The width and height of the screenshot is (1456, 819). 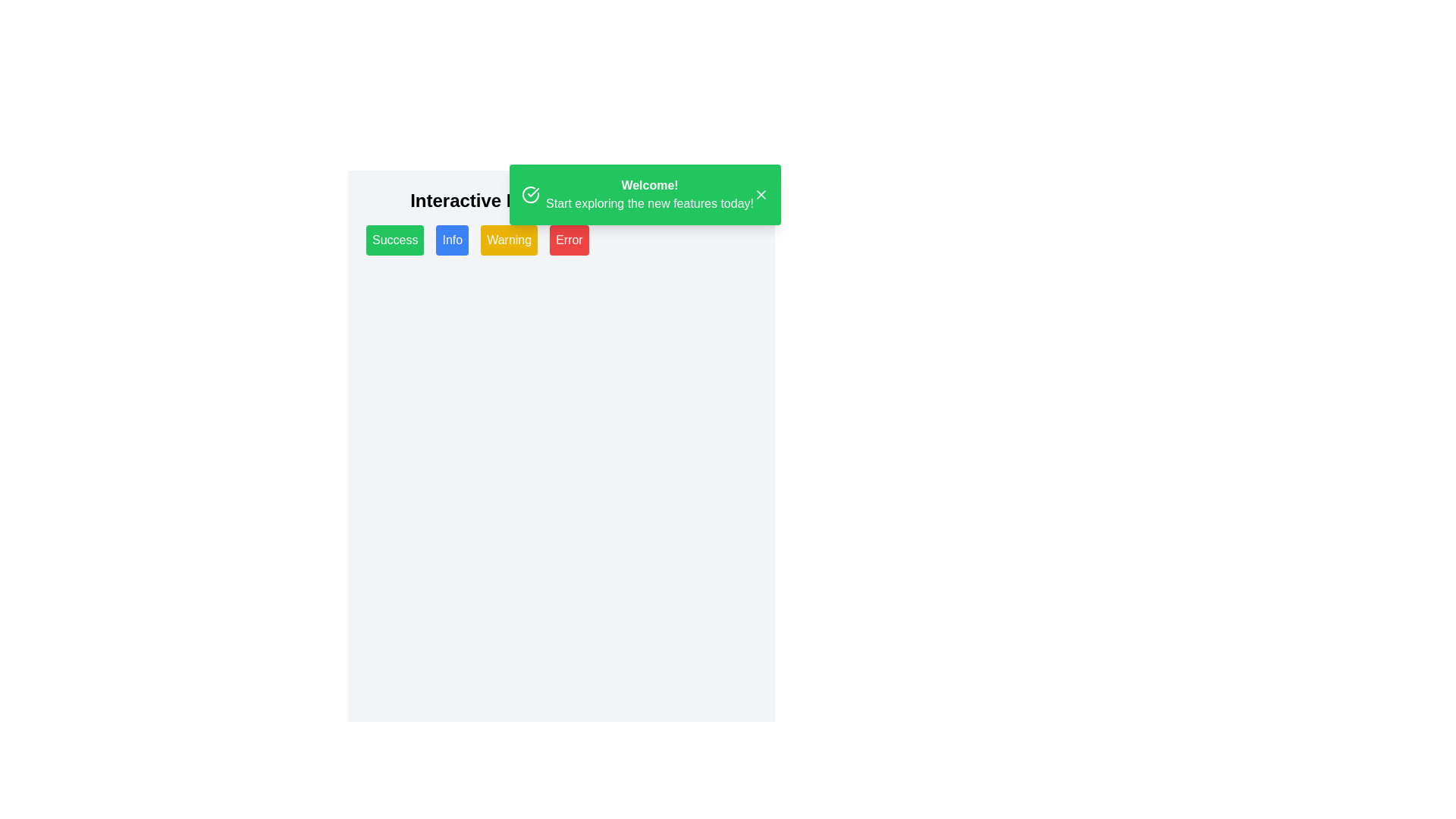 What do you see at coordinates (533, 192) in the screenshot?
I see `the green checkmark icon located in the top-right corner of the notification bar labeled 'Welcome! Start exploring the new features today!'` at bounding box center [533, 192].